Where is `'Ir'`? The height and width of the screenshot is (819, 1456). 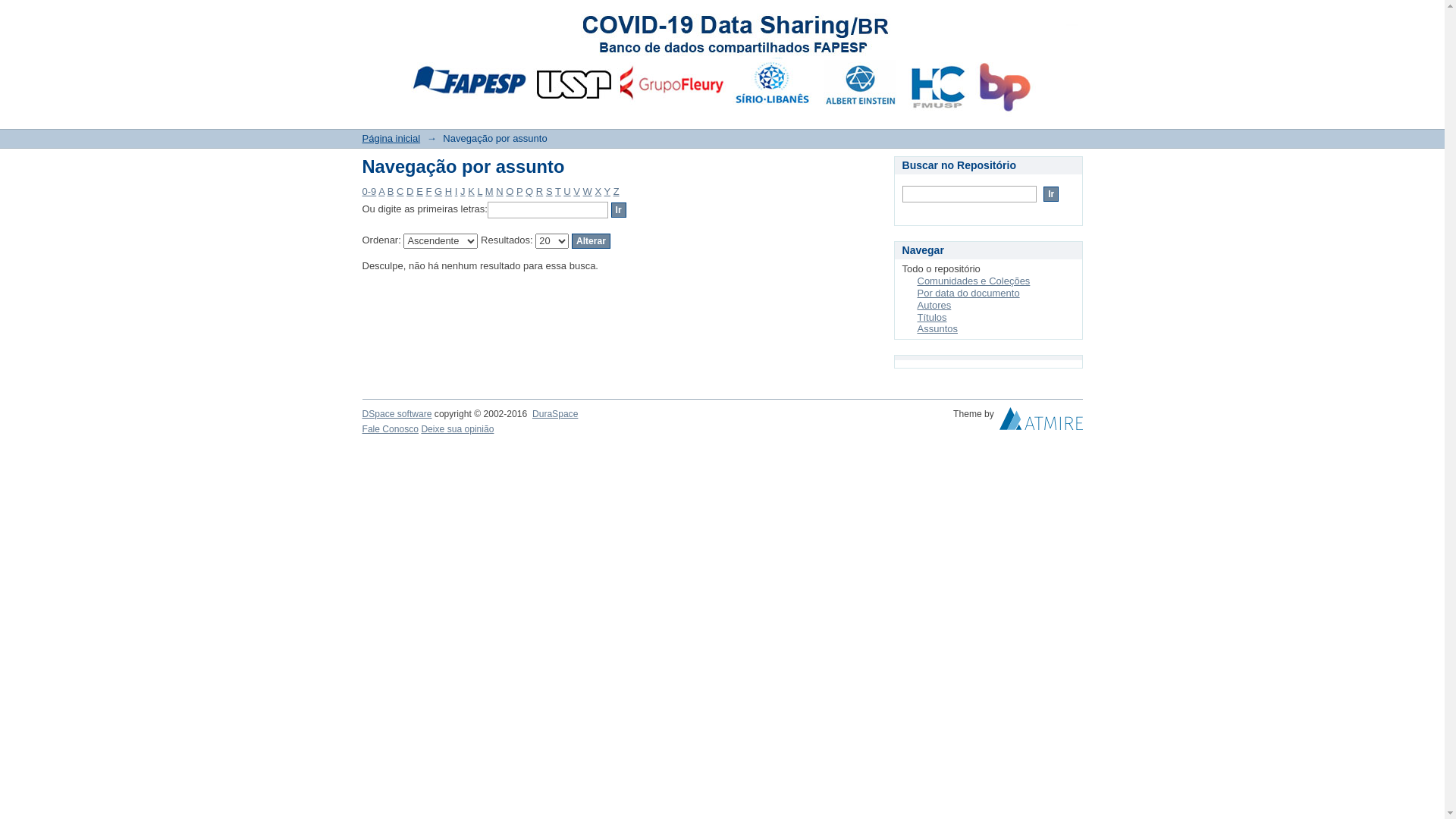 'Ir' is located at coordinates (619, 210).